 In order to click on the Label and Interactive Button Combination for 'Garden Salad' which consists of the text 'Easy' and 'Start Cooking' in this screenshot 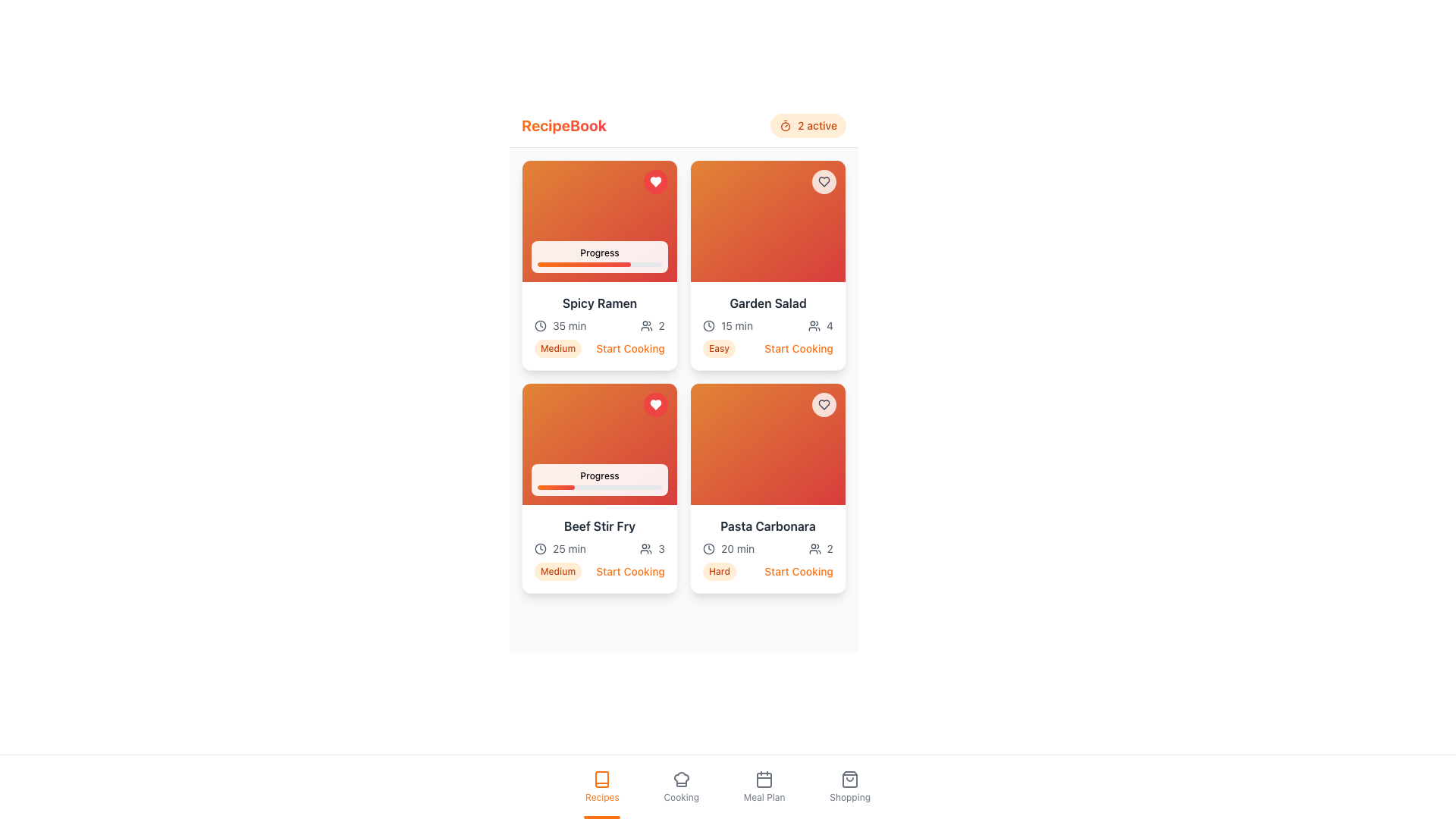, I will do `click(767, 348)`.